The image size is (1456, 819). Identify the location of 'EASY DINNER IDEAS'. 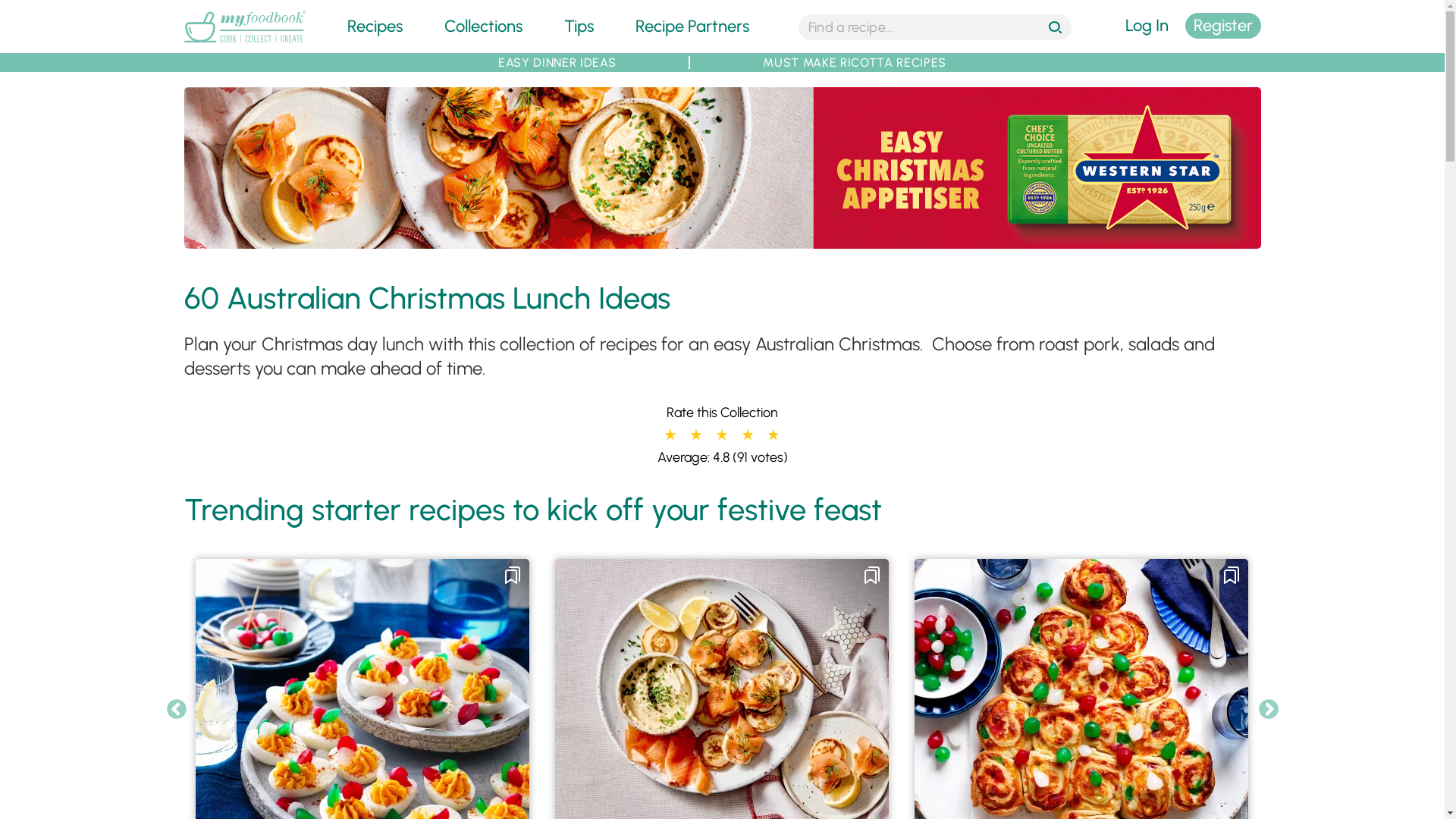
(556, 61).